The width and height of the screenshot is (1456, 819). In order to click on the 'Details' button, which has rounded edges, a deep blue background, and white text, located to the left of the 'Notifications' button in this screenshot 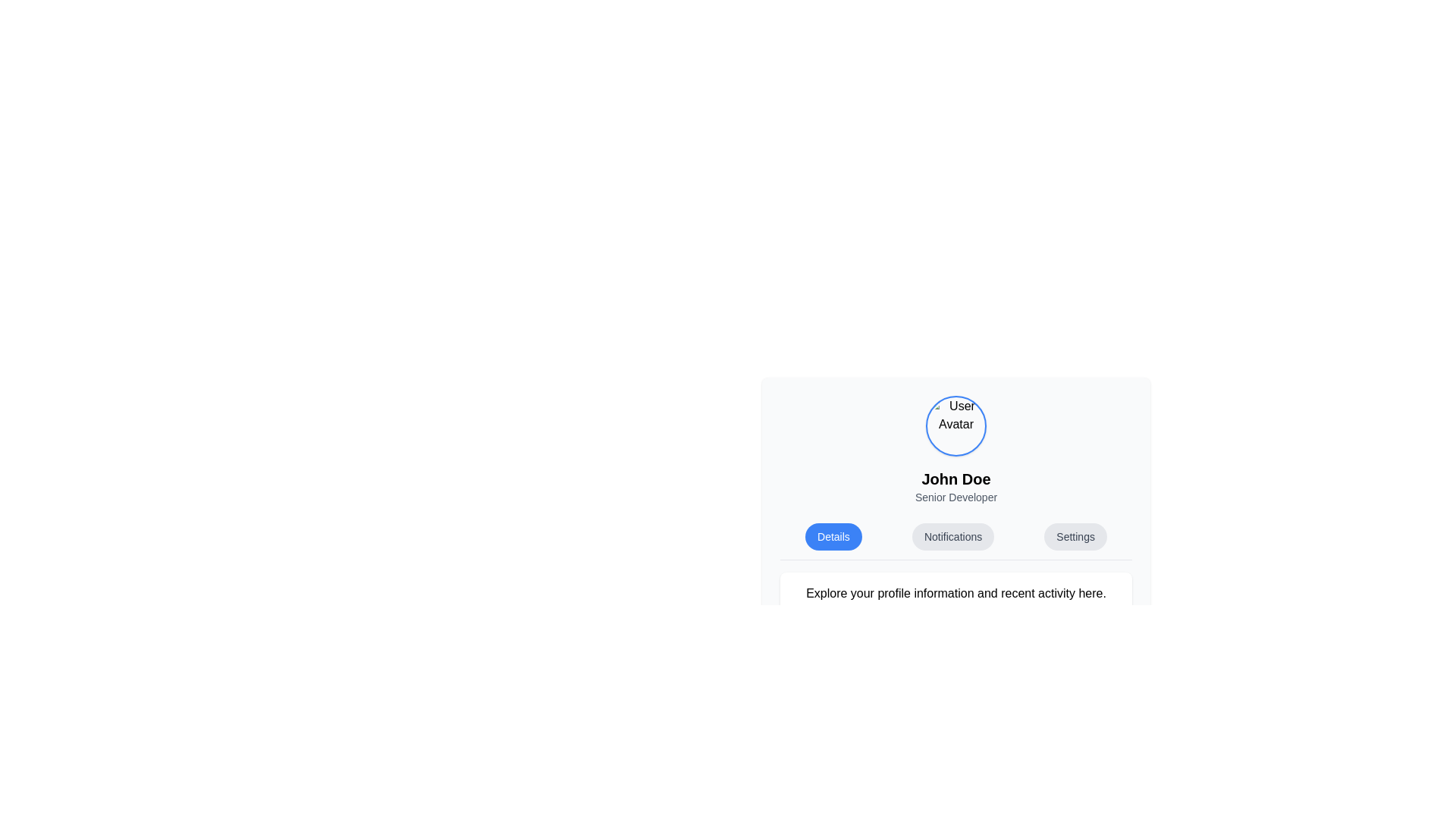, I will do `click(833, 536)`.